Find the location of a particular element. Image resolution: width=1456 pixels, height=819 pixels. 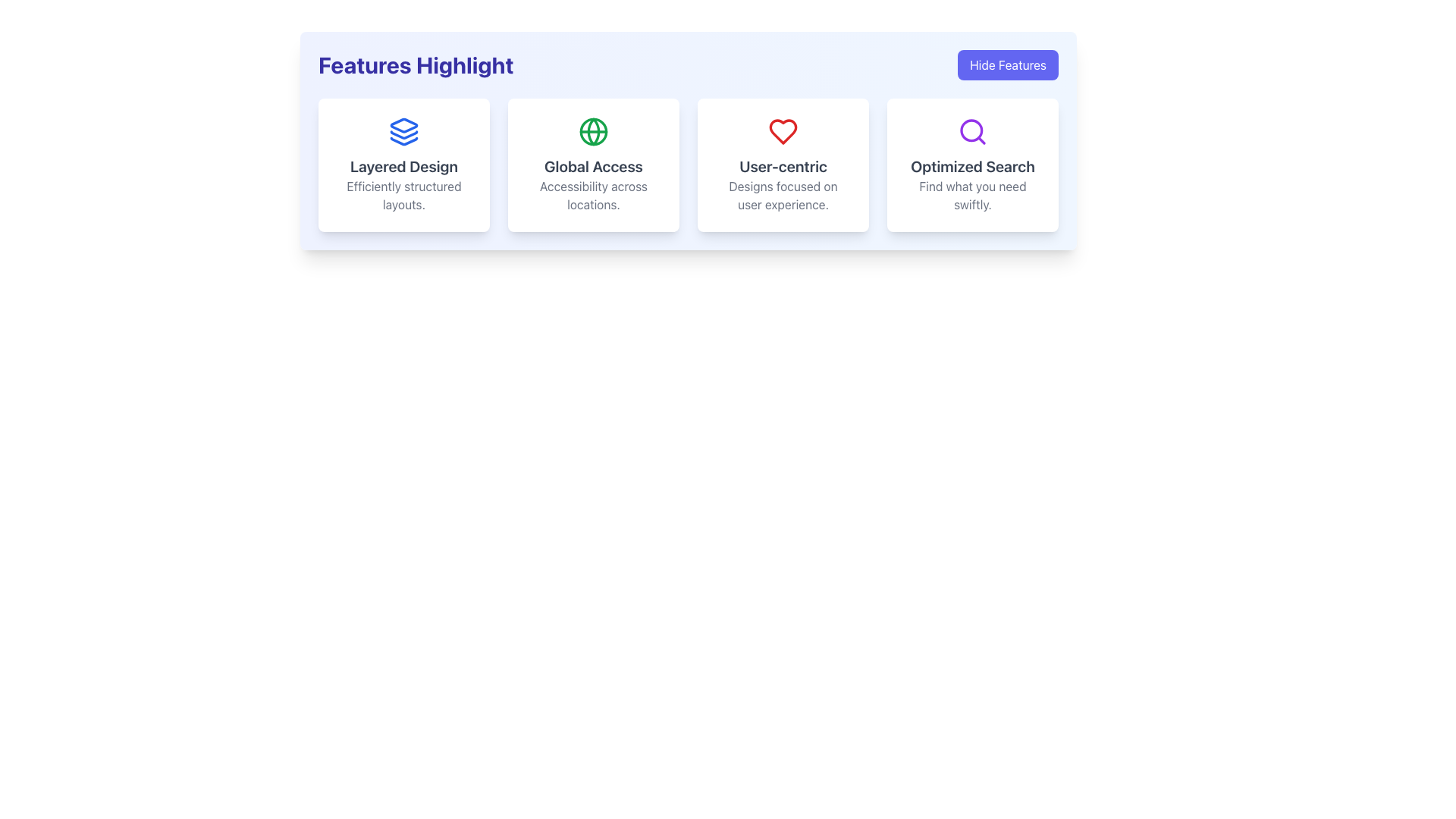

the search icon located in the top section of the 'Optimized Search' card, which is the last card in the feature cards row is located at coordinates (972, 130).